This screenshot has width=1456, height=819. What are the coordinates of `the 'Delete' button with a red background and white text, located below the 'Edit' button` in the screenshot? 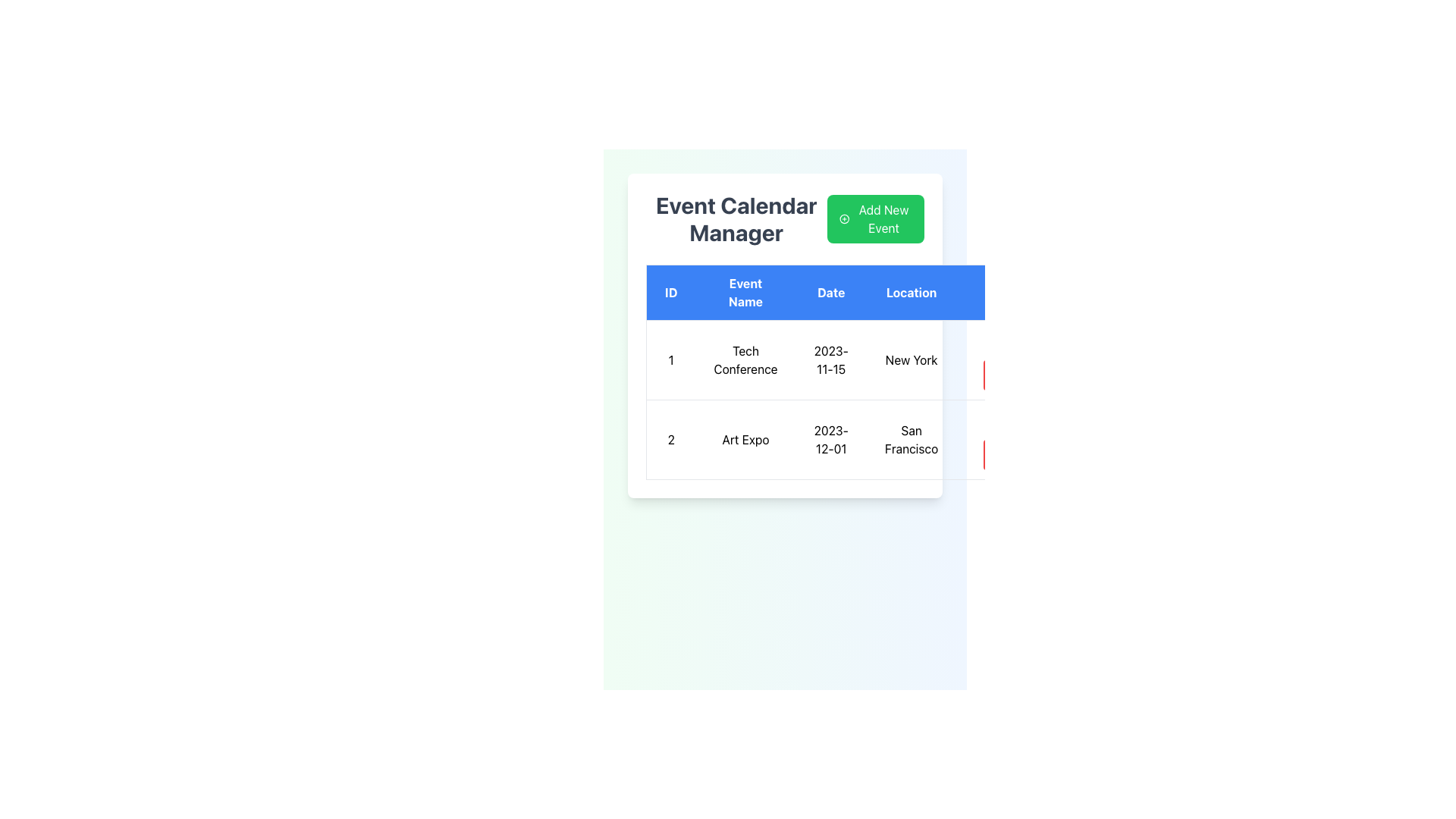 It's located at (1012, 375).